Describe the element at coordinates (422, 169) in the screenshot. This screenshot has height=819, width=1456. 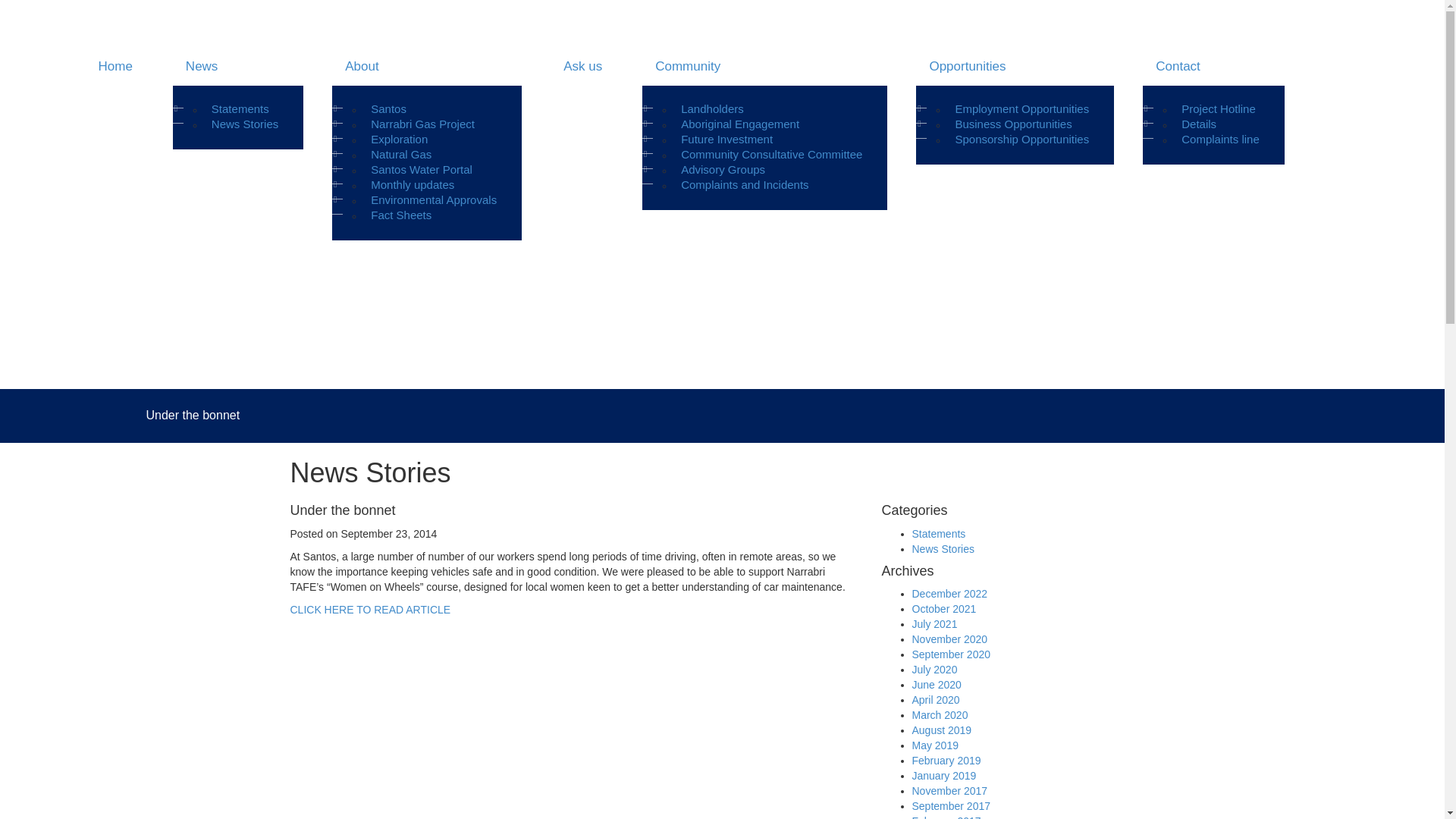
I see `'Santos Water Portal'` at that location.